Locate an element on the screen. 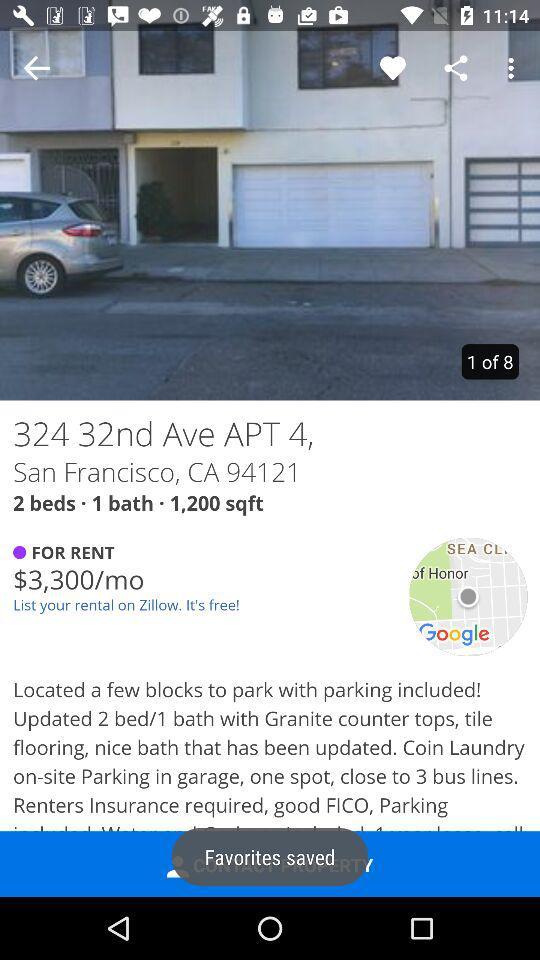  three dot icon in top right corner is located at coordinates (514, 68).